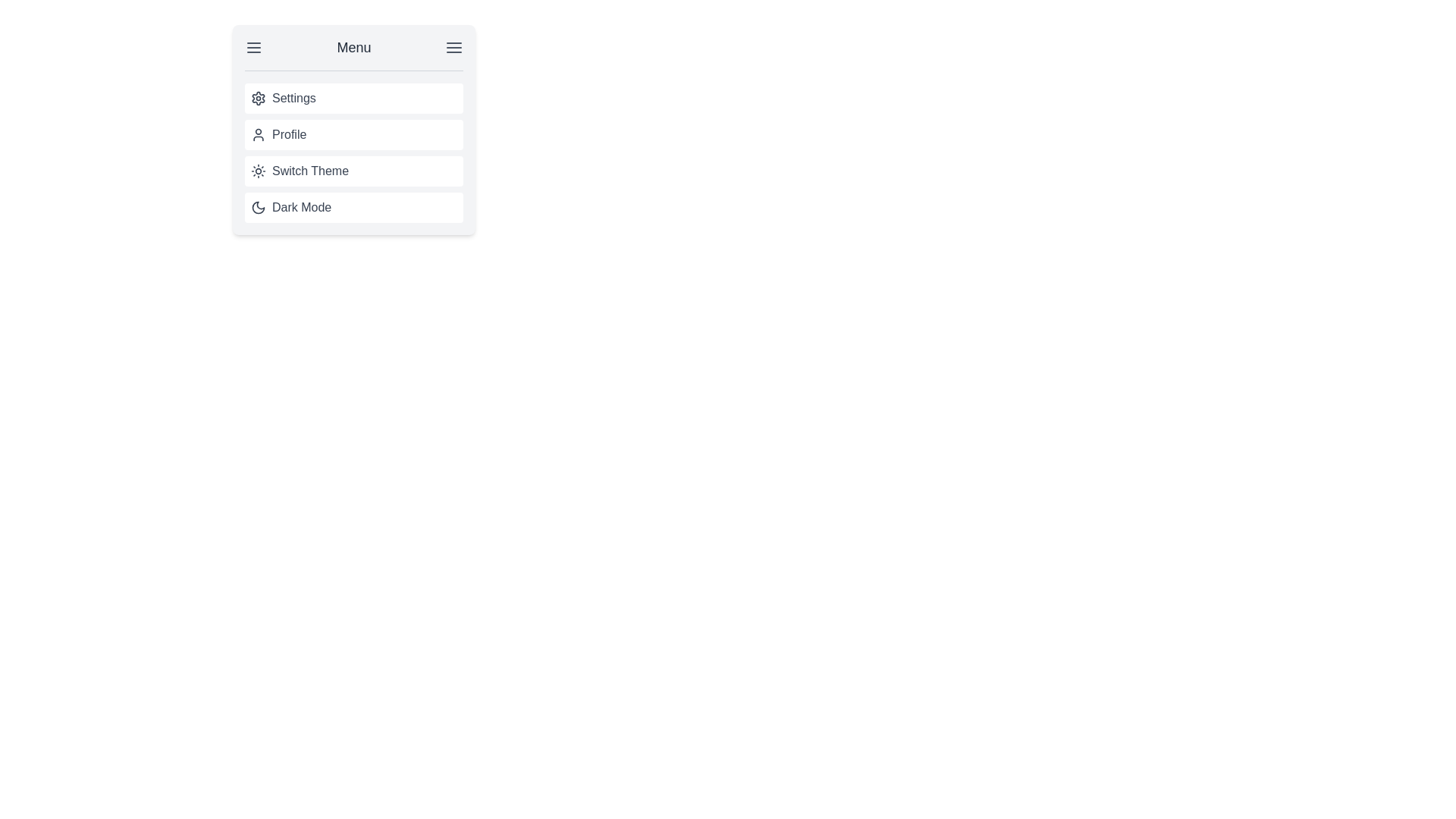 The height and width of the screenshot is (819, 1456). Describe the element at coordinates (353, 171) in the screenshot. I see `the 'Switch Theme' button located below the 'Profile' item and above the 'Dark Mode' item` at that location.